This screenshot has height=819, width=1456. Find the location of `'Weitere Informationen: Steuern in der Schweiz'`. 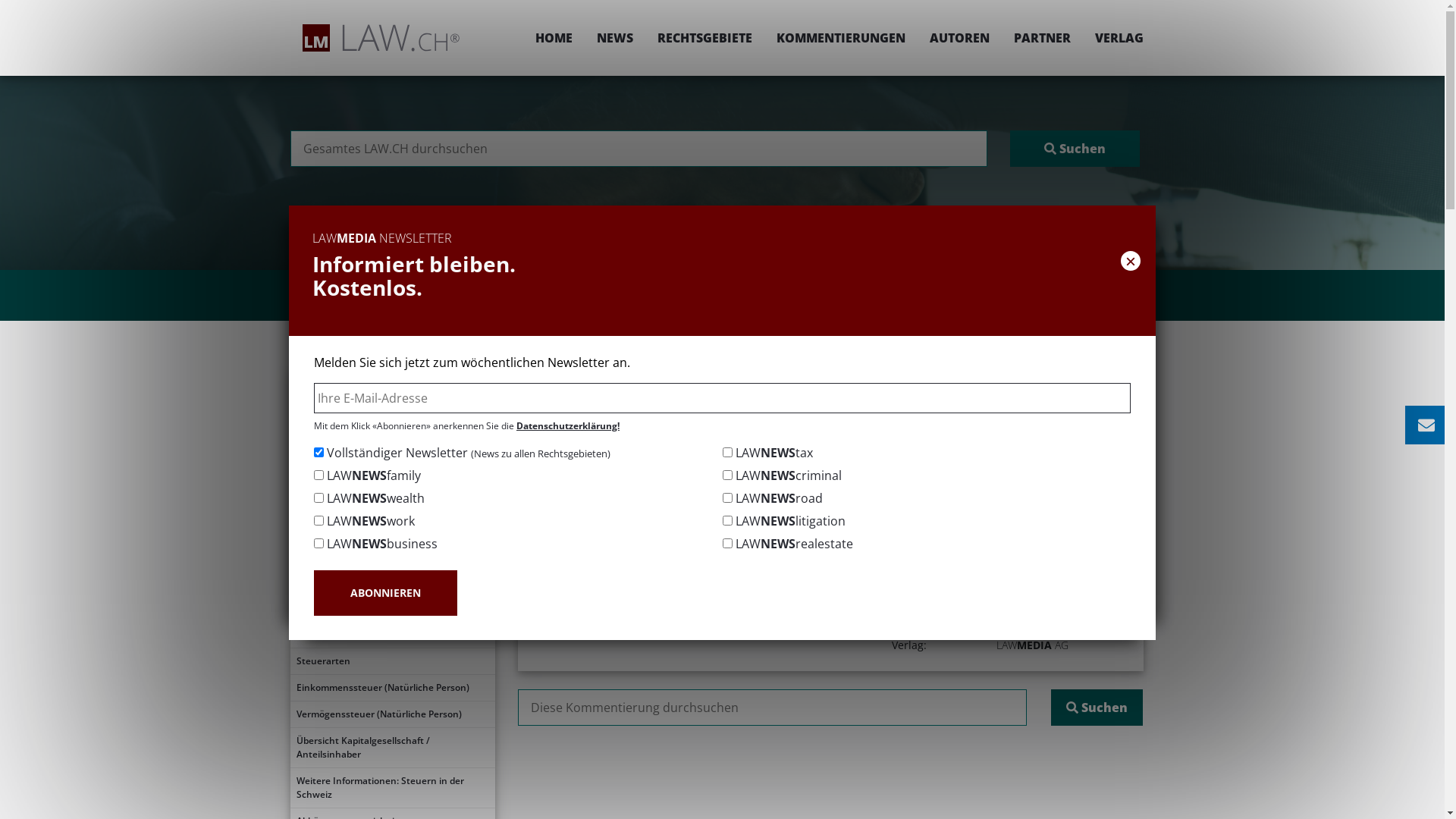

'Weitere Informationen: Steuern in der Schweiz' is located at coordinates (392, 786).